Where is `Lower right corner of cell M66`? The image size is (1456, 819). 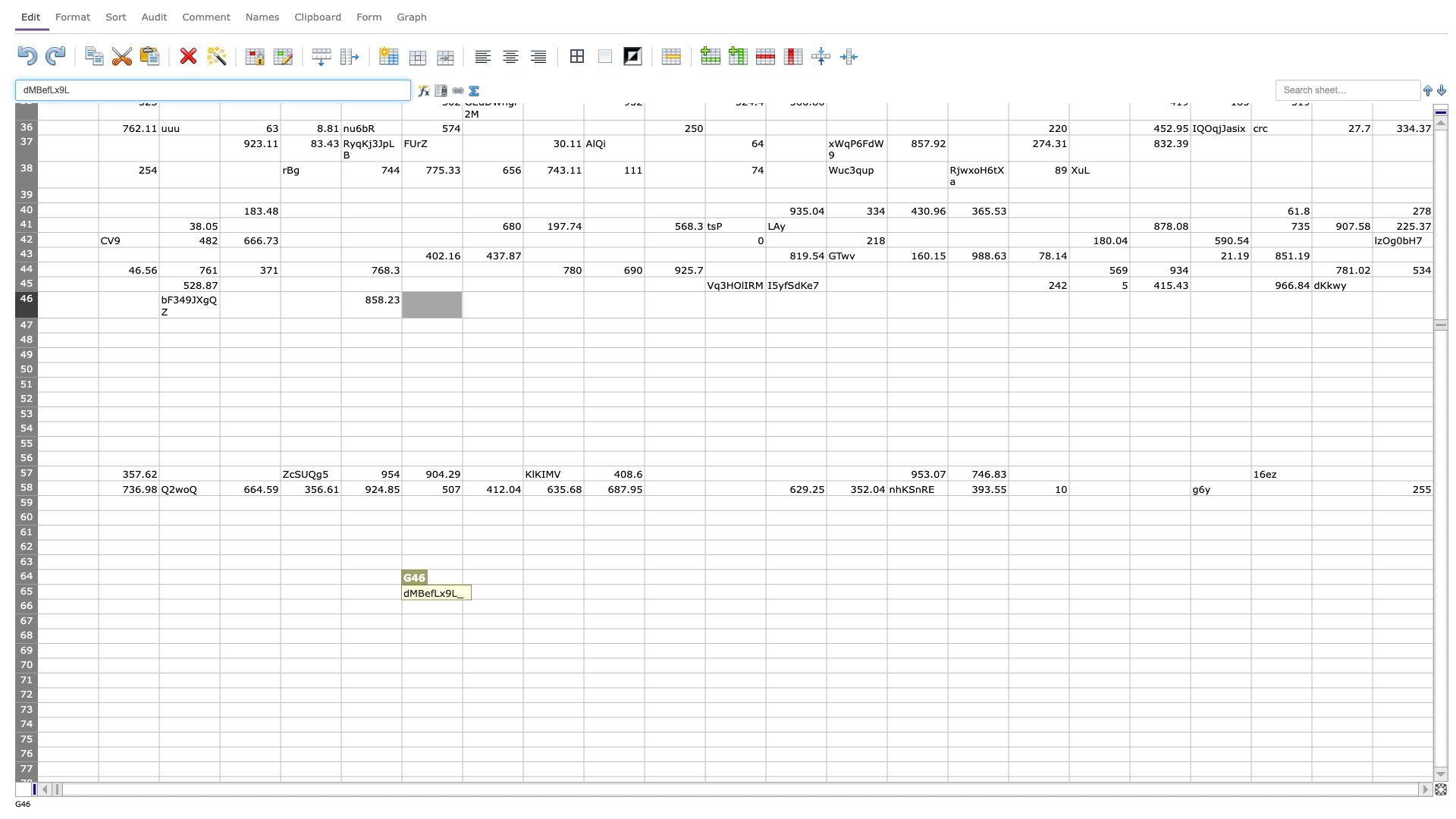 Lower right corner of cell M66 is located at coordinates (825, 613).